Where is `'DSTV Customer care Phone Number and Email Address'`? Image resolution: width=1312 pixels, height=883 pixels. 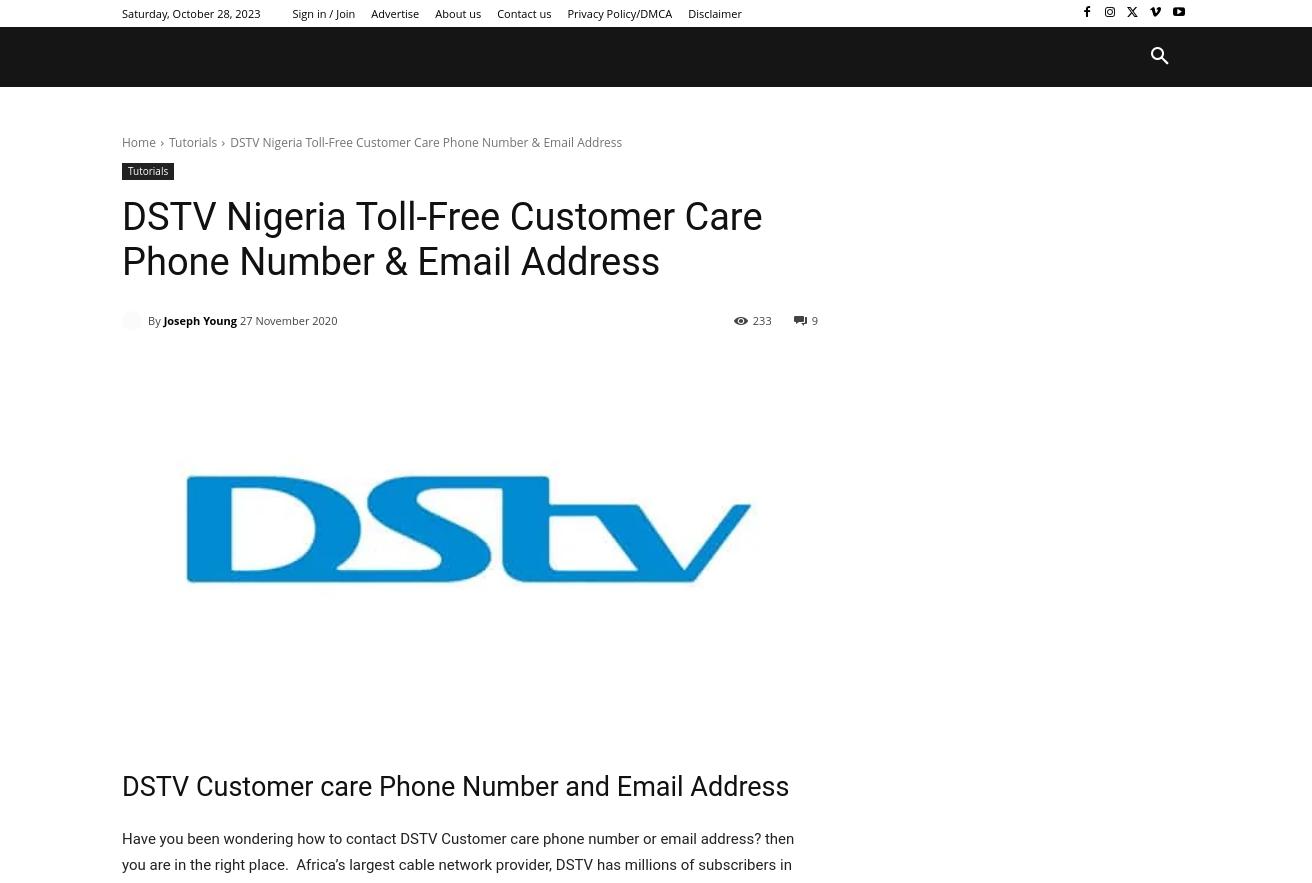 'DSTV Customer care Phone Number and Email Address' is located at coordinates (455, 784).